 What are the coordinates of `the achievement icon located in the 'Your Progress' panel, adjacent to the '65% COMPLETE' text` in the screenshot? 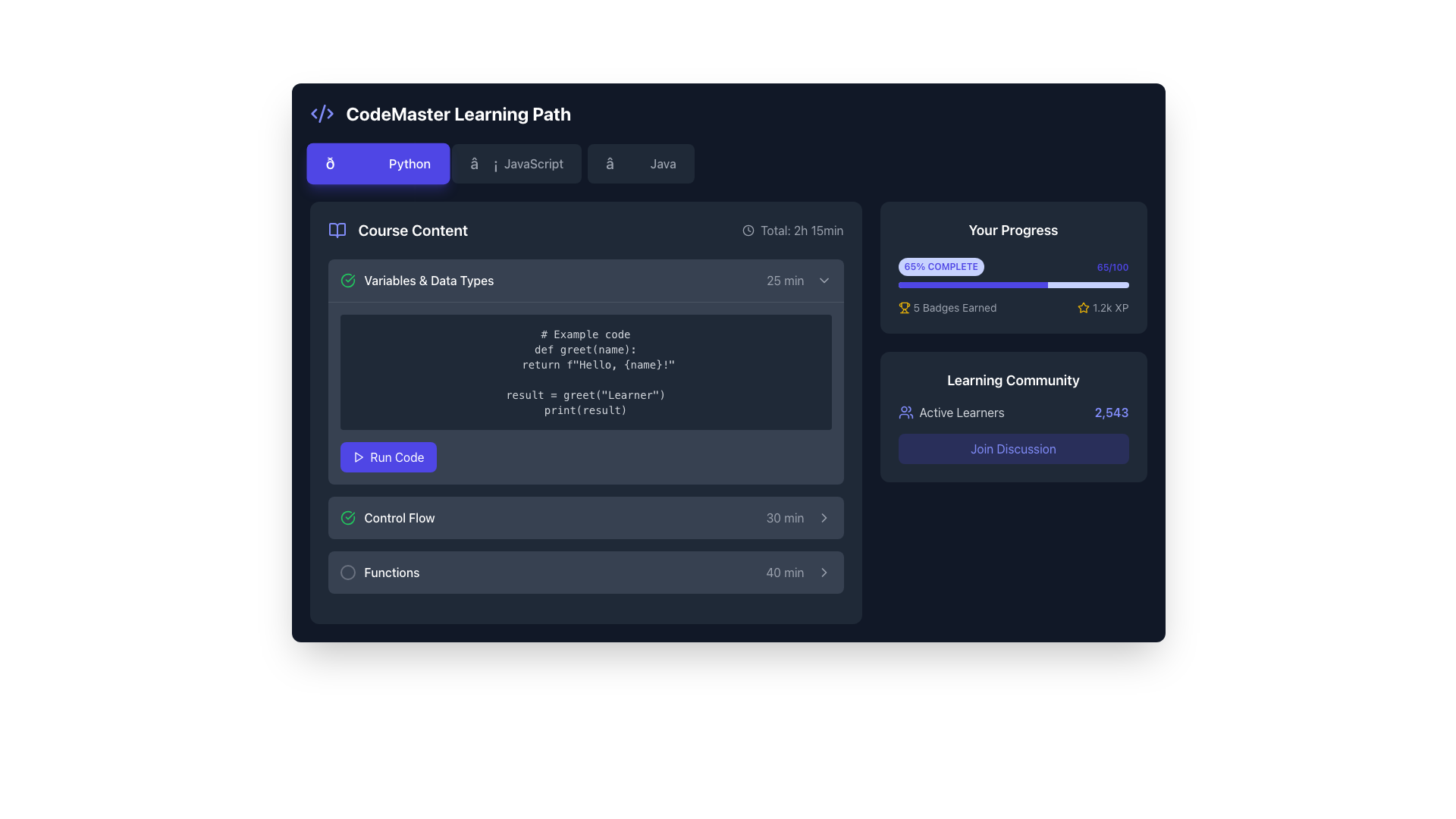 It's located at (904, 306).